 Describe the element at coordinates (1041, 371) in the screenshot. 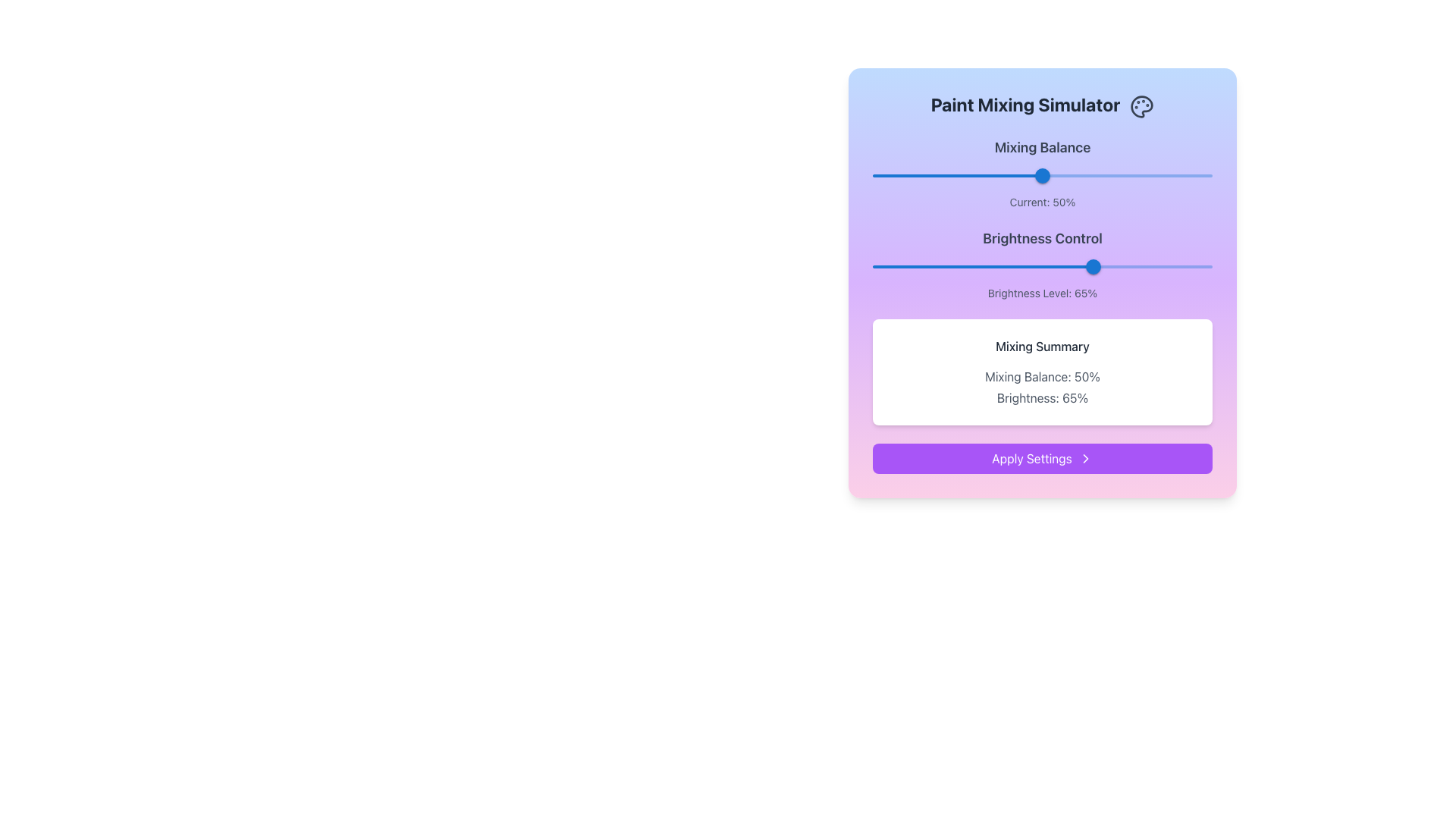

I see `the informational display box that shows the current mixing balance (50%) and brightness level (65%) settings, located beneath the 'Brightness Control' section` at that location.